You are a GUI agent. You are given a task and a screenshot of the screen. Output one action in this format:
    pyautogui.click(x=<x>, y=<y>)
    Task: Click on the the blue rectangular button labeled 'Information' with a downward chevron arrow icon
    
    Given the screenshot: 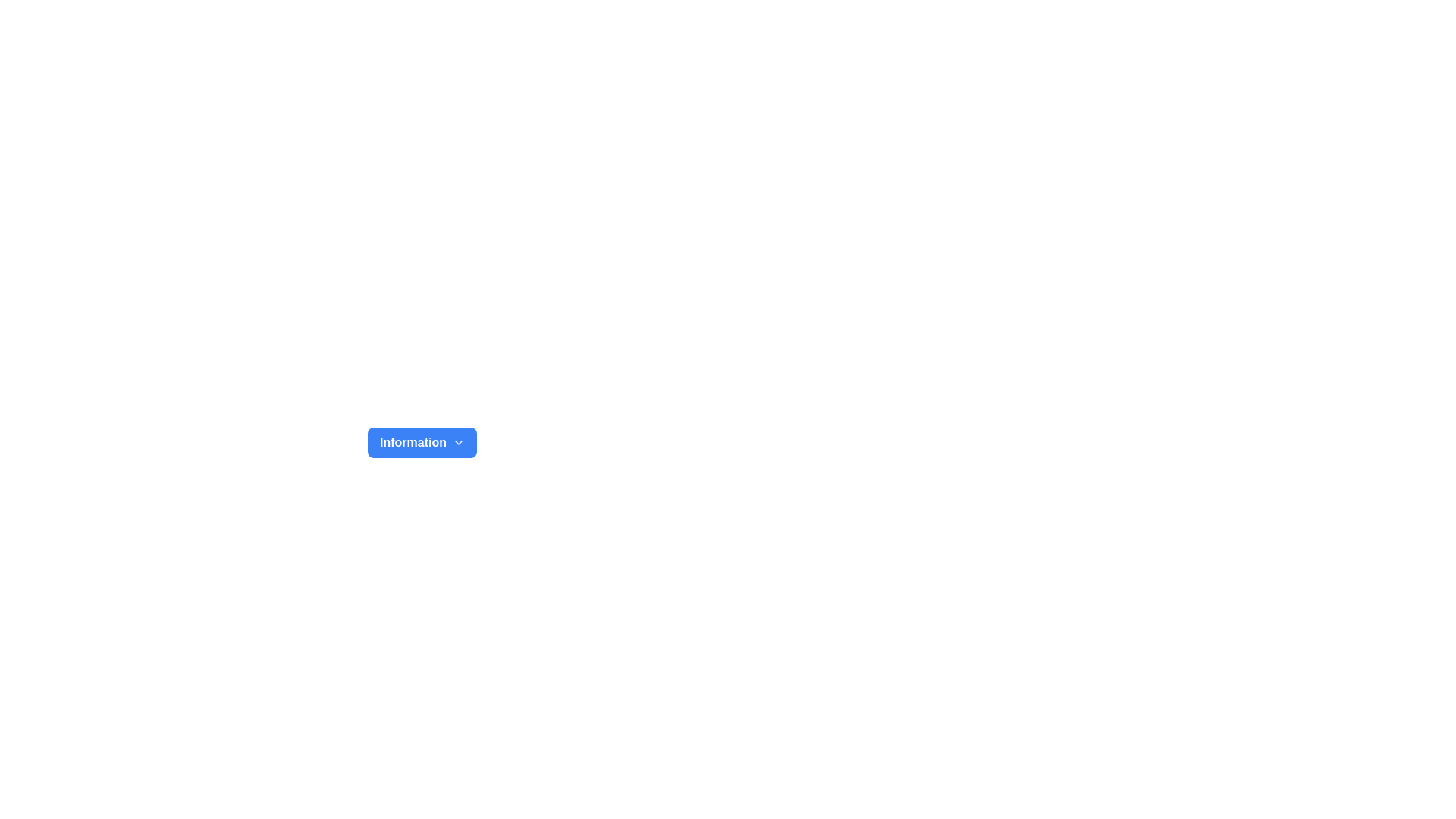 What is the action you would take?
    pyautogui.click(x=422, y=442)
    